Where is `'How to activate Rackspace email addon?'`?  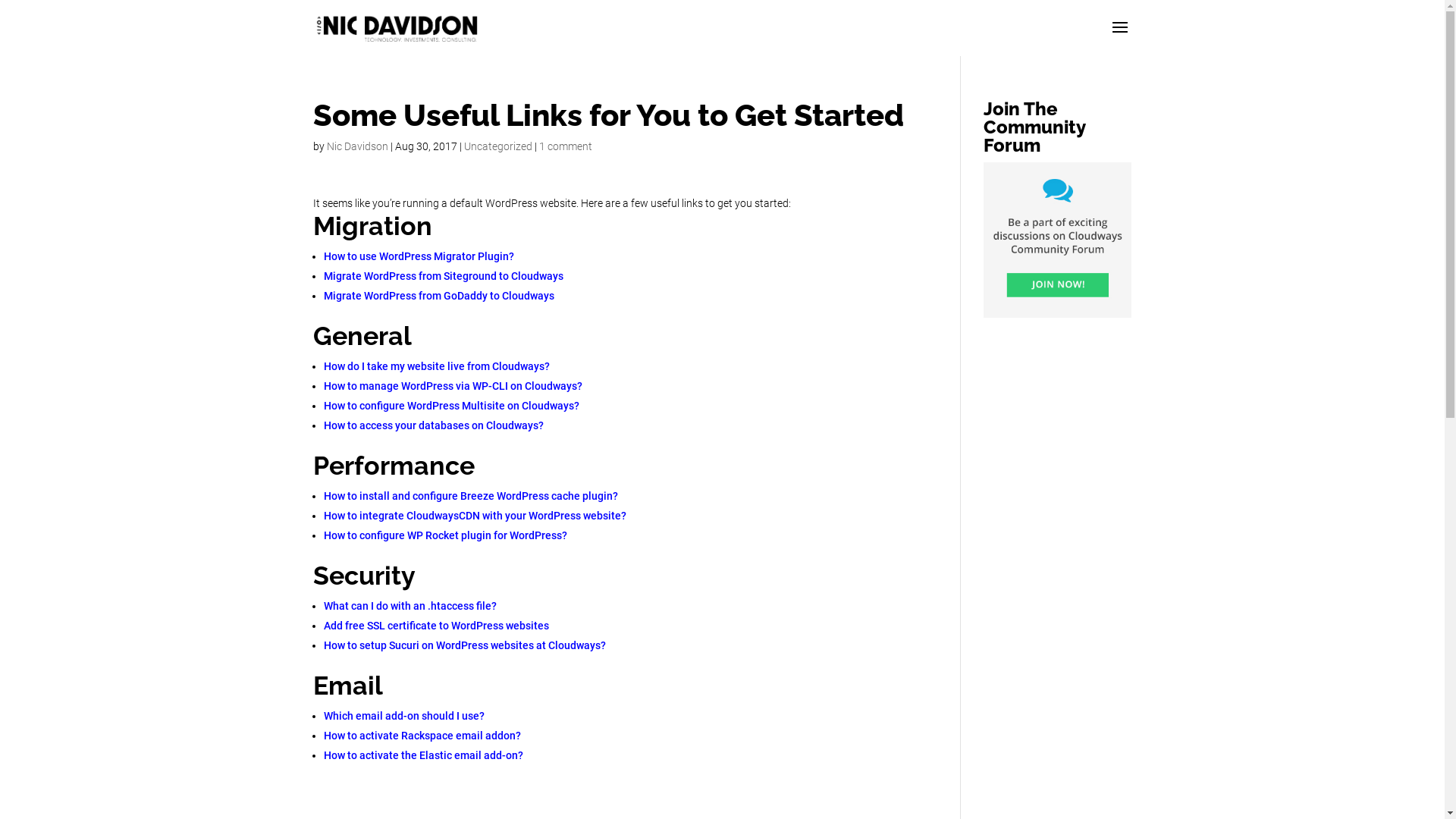 'How to activate Rackspace email addon?' is located at coordinates (422, 734).